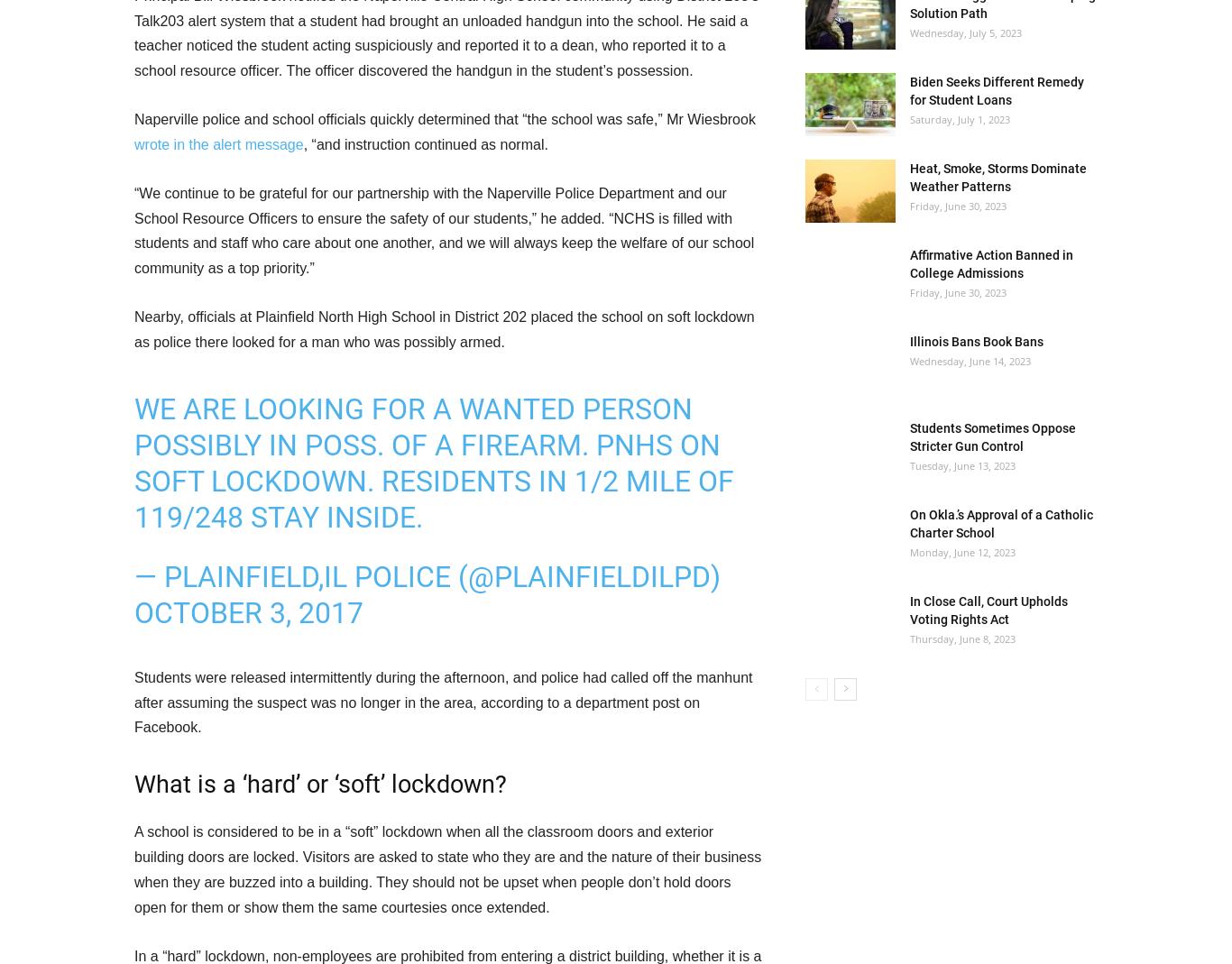  Describe the element at coordinates (444, 229) in the screenshot. I see `'“We continue to be grateful for our partnership with the Naperville Police Department and our School Resource Officers to ensure the safety of our students,” he added. “NCHS is filled with students and staff who care about one another, and we will always keep the welfare of our school community as a top priority.”'` at that location.